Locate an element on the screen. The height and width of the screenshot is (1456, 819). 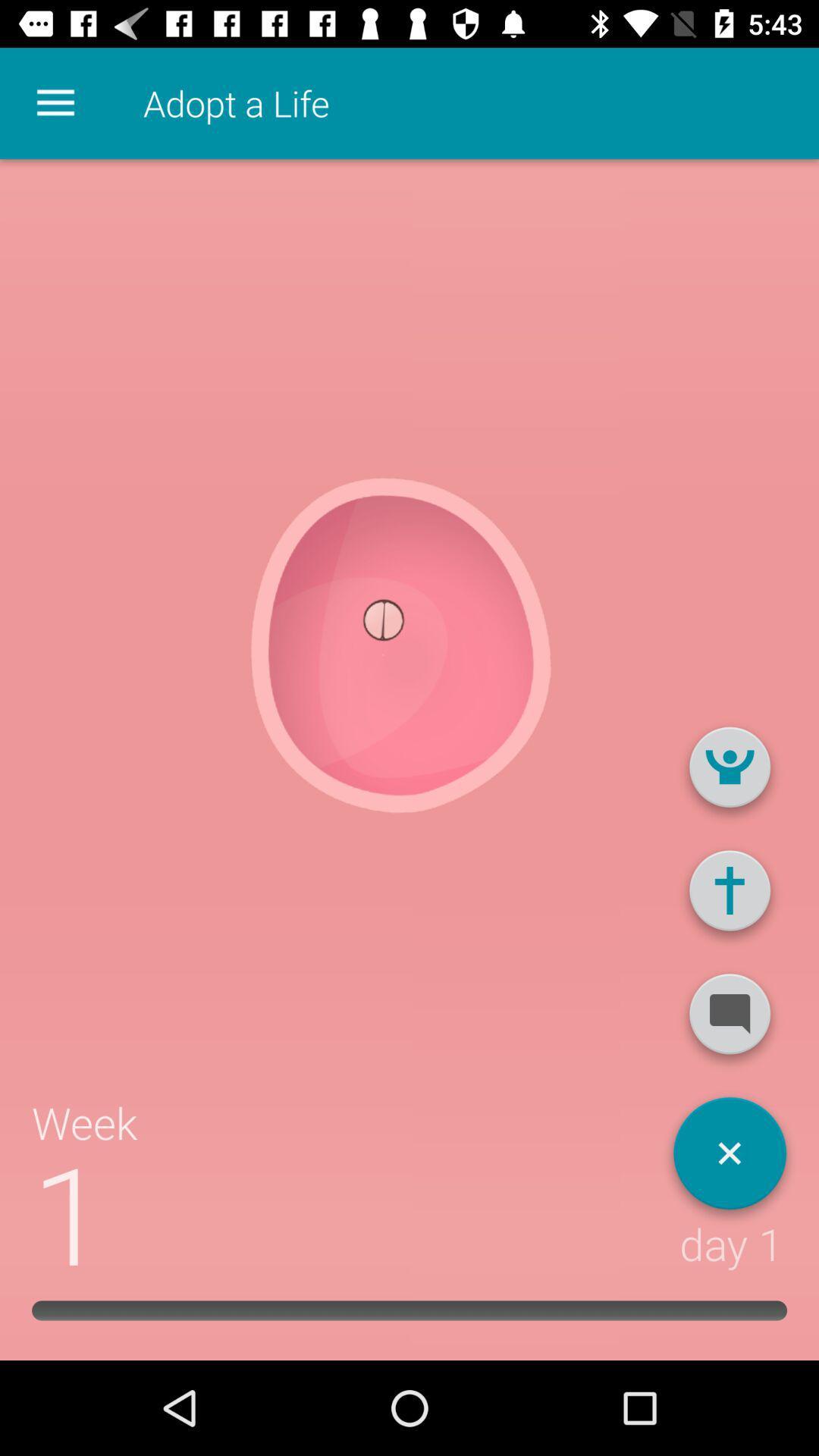
chat button messages is located at coordinates (729, 1020).